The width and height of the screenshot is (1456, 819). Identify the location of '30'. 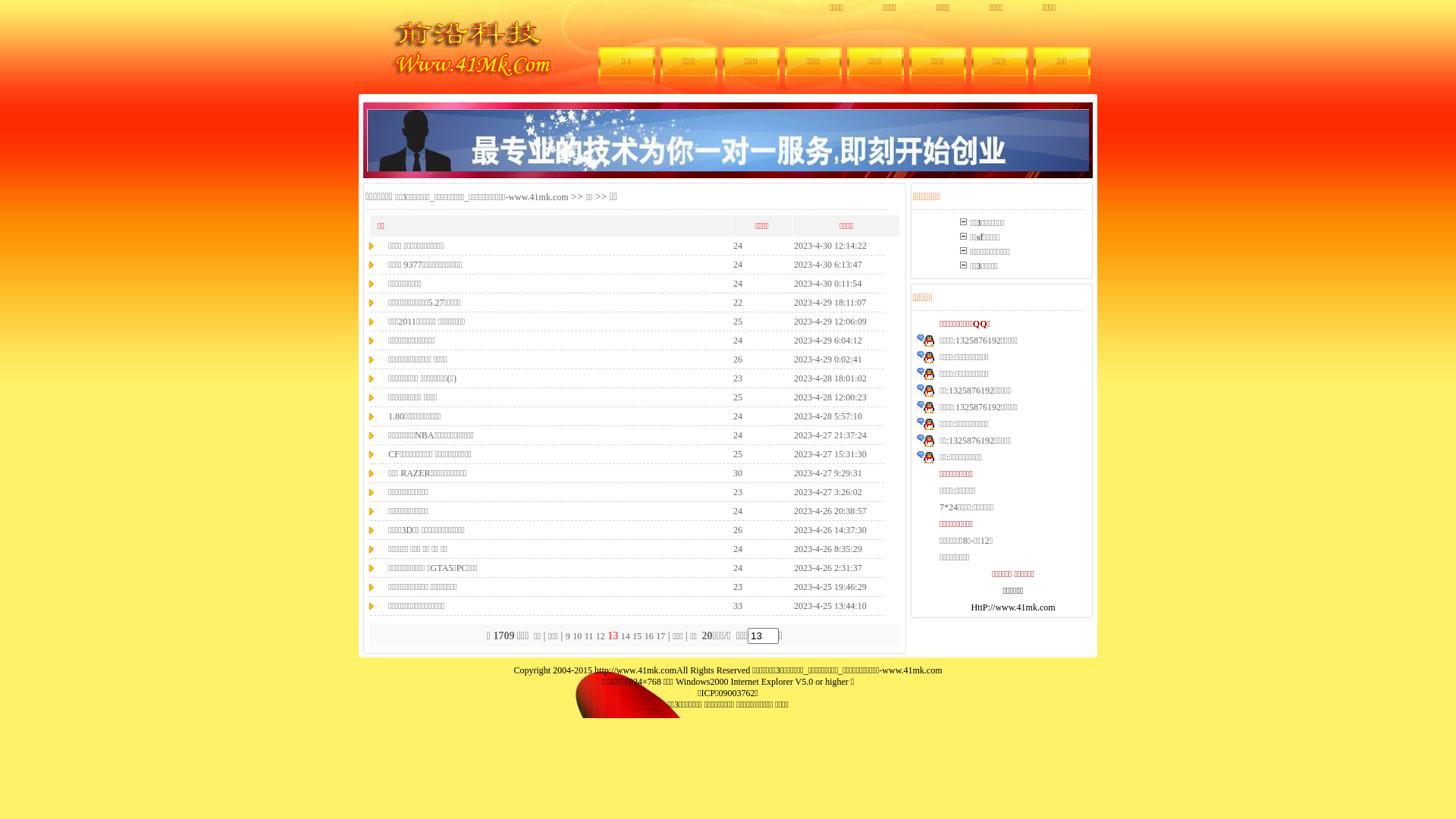
(738, 472).